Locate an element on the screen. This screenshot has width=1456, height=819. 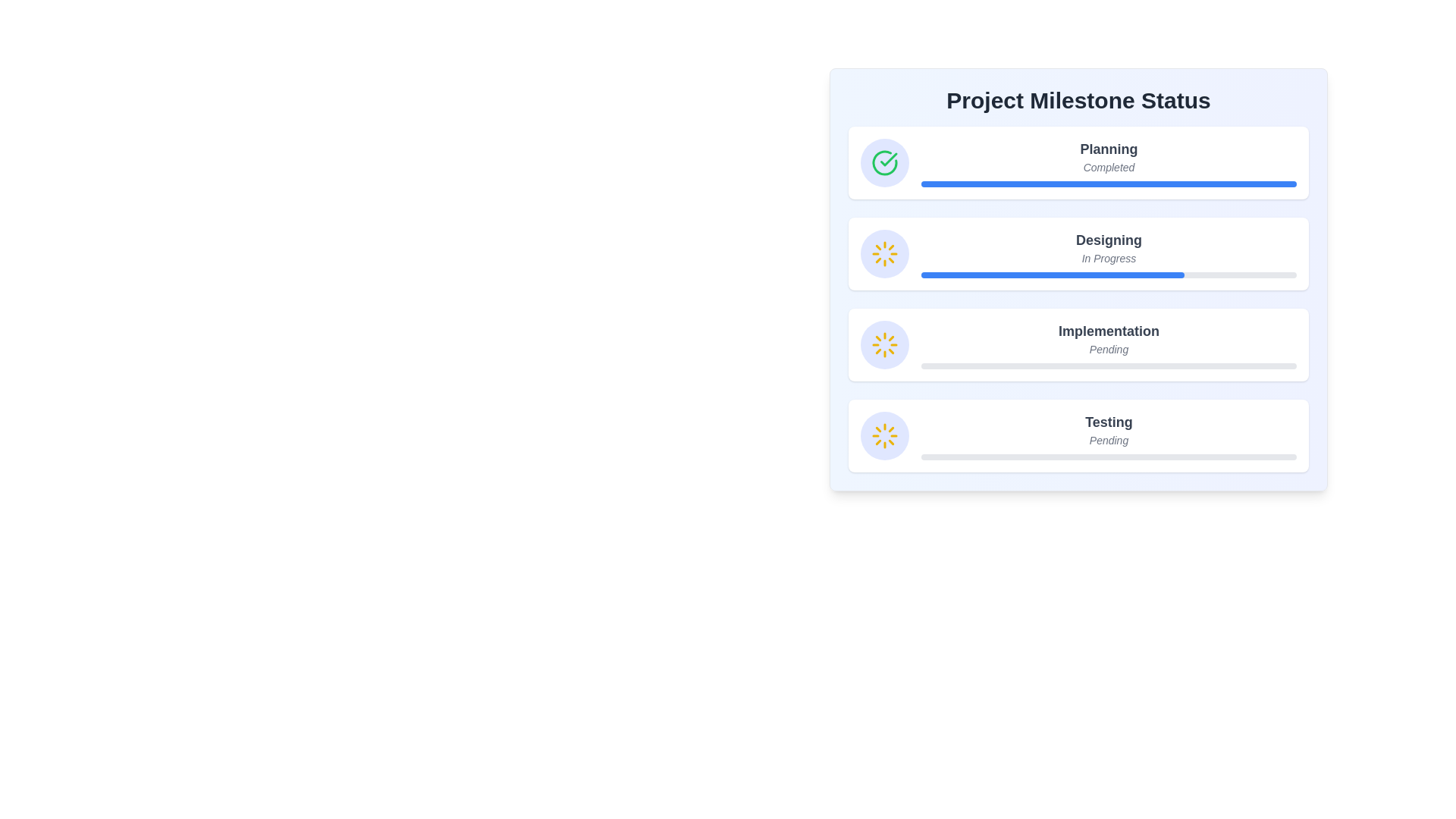
the 'Pending' status image icon located to the left of the 'Testing' section in the milestone list is located at coordinates (884, 435).